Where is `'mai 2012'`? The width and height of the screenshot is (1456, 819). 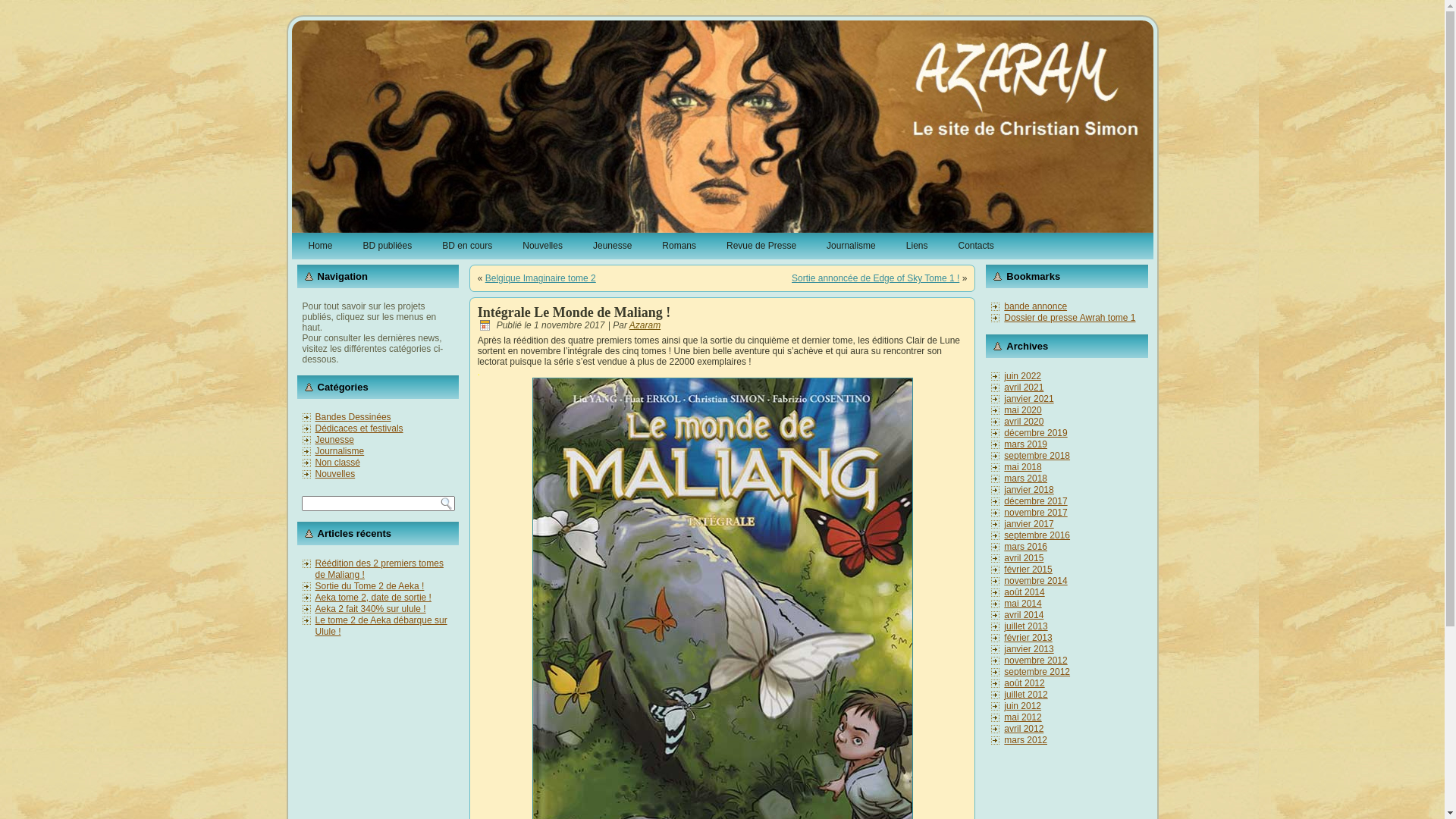 'mai 2012' is located at coordinates (1022, 717).